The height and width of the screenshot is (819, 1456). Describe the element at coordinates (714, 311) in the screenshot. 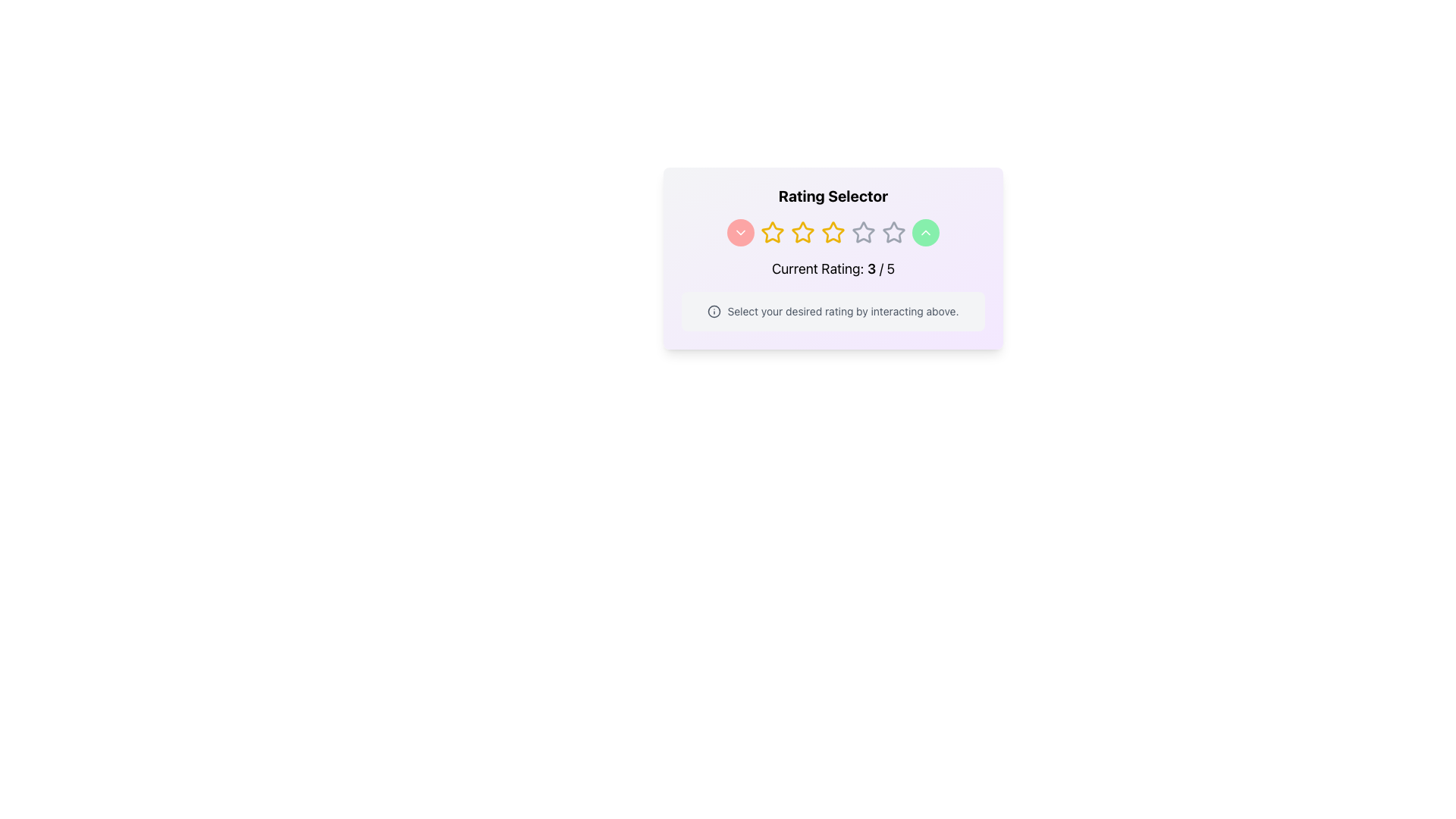

I see `the small circular SVG icon with a dark gray stroke and an exclamation mark, located to the left of the text 'Select your desired rating by interacting above'` at that location.